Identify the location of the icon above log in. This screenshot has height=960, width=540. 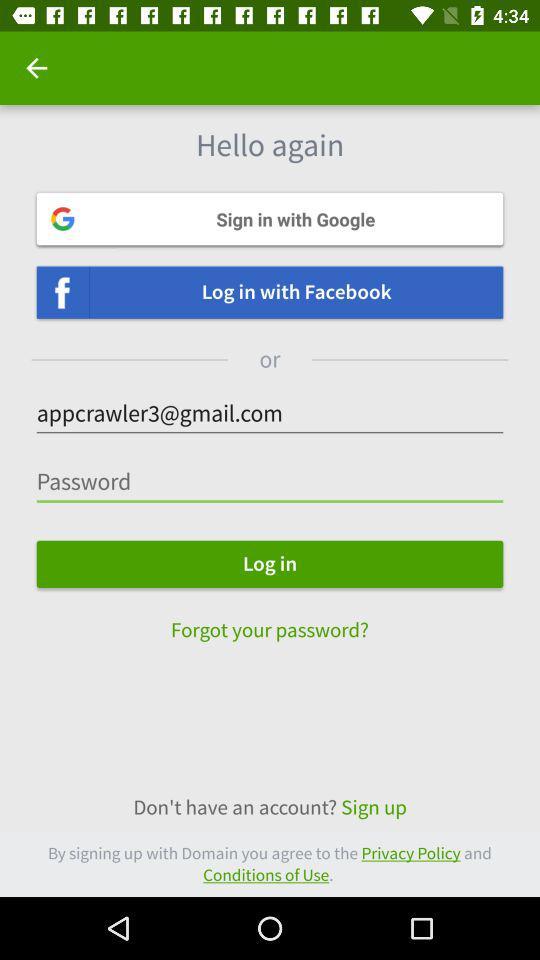
(270, 481).